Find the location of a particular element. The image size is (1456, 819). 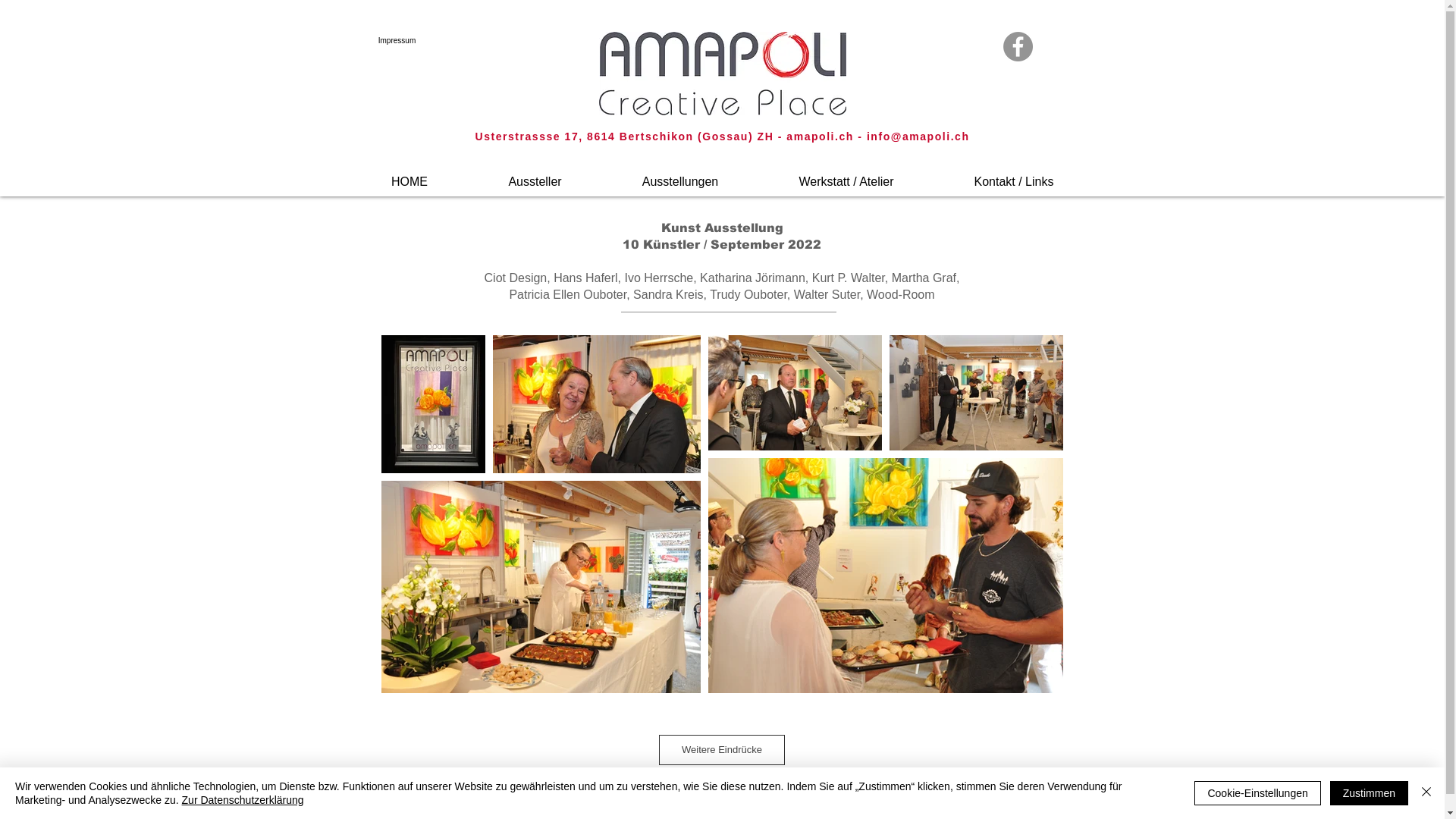

'Kontakt / Links' is located at coordinates (1014, 174).